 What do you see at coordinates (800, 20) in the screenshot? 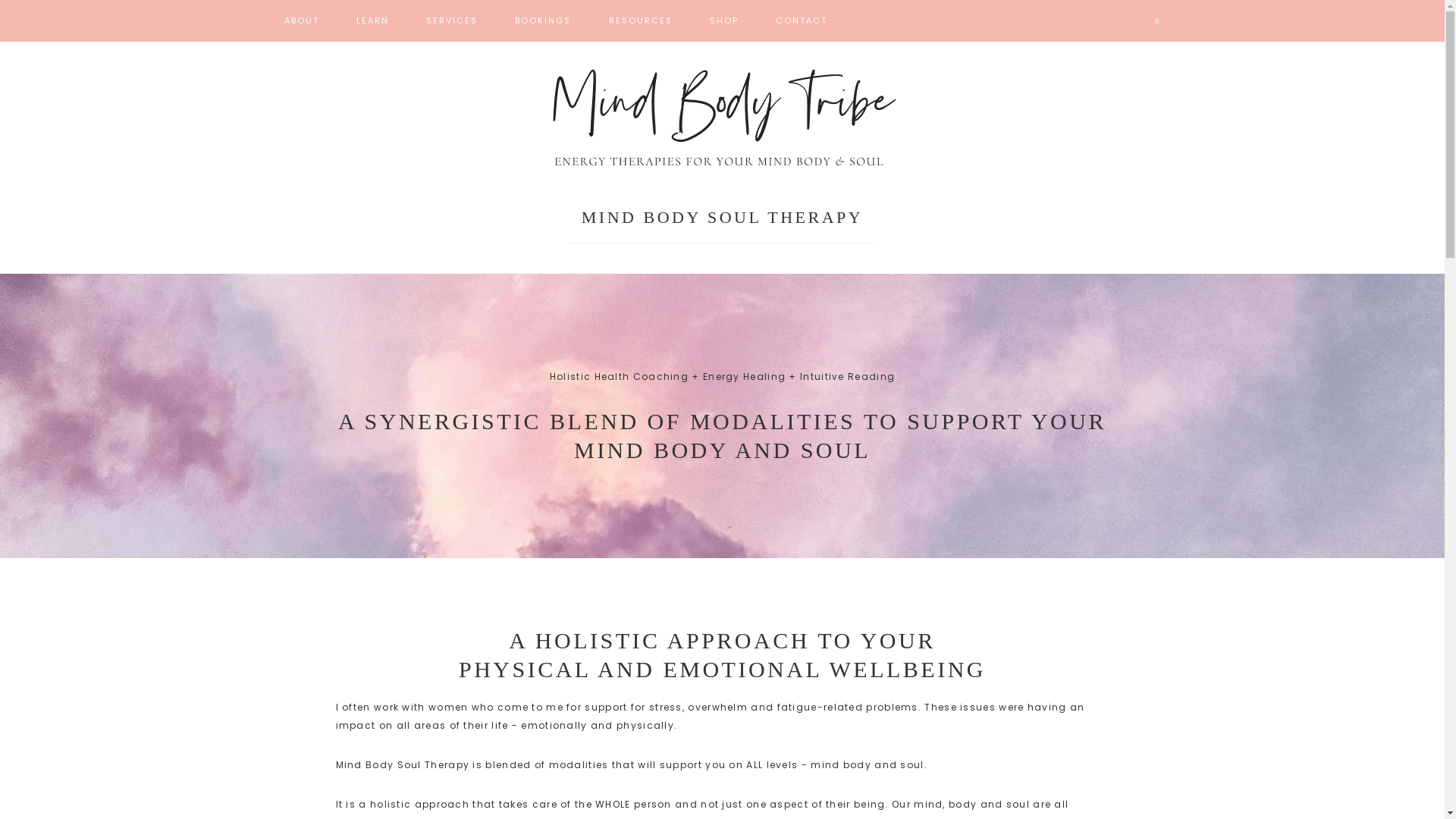
I see `'CONTACT'` at bounding box center [800, 20].